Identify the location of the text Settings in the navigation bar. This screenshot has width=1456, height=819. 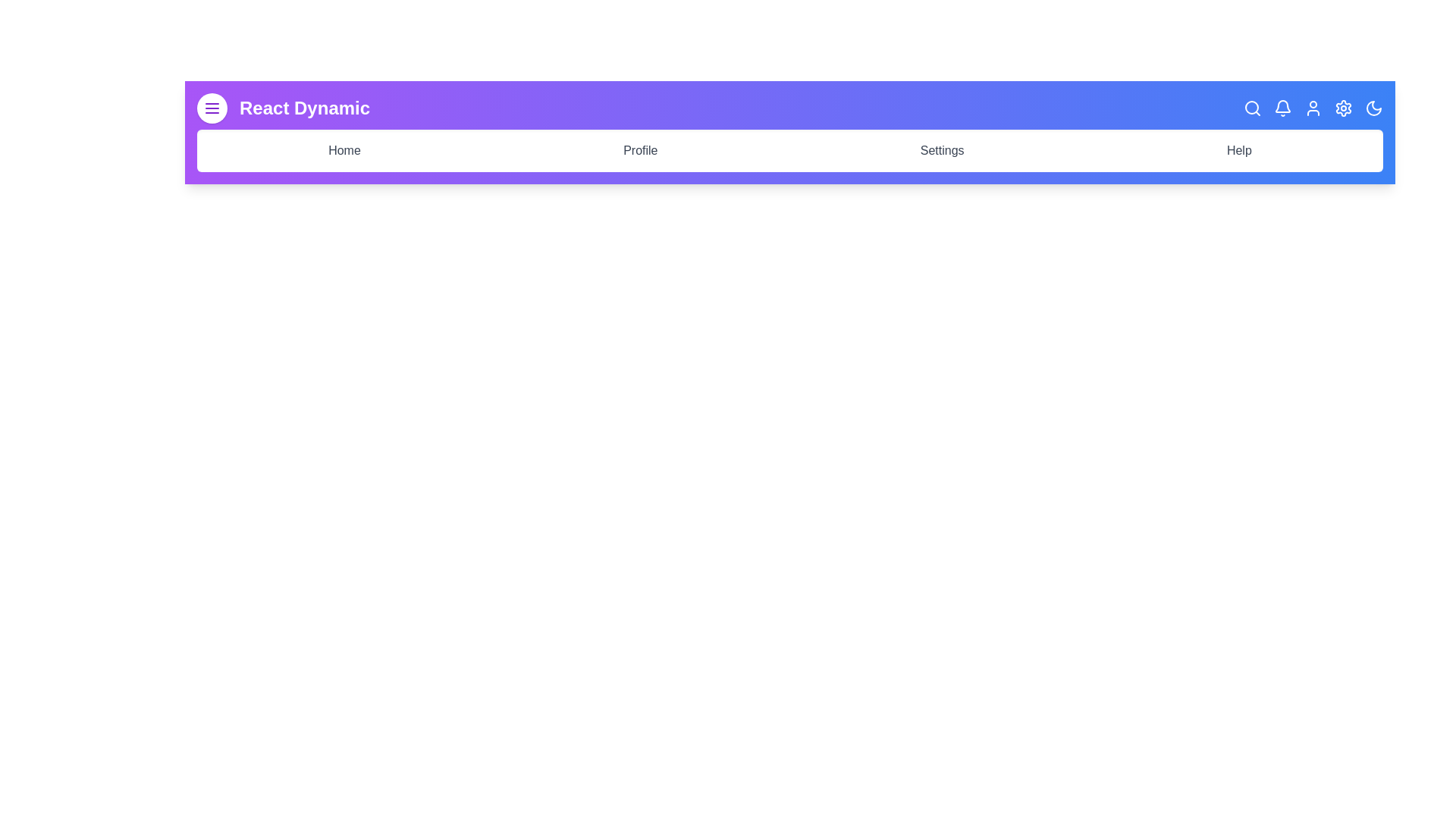
(942, 151).